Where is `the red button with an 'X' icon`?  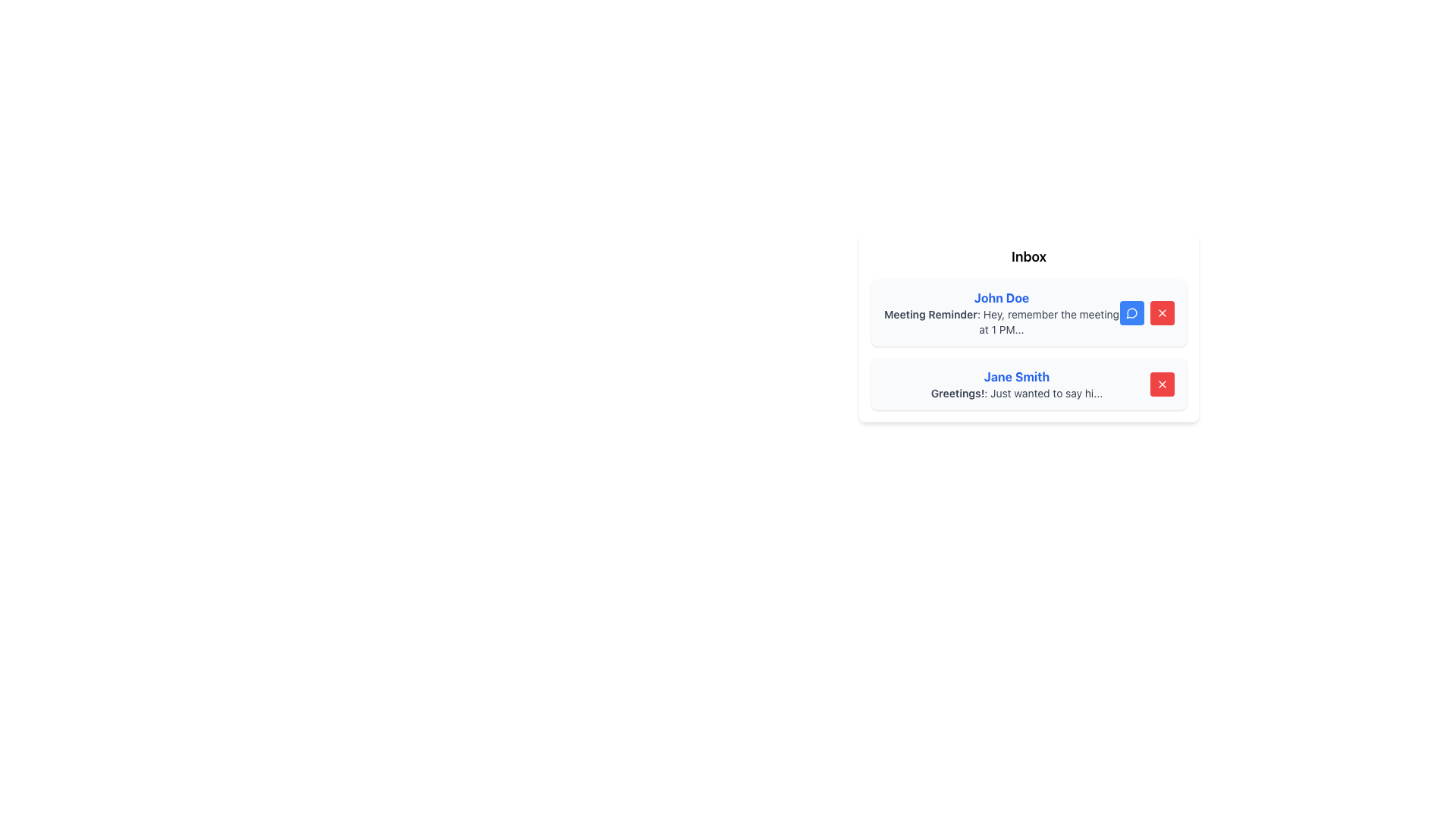 the red button with an 'X' icon is located at coordinates (1161, 312).